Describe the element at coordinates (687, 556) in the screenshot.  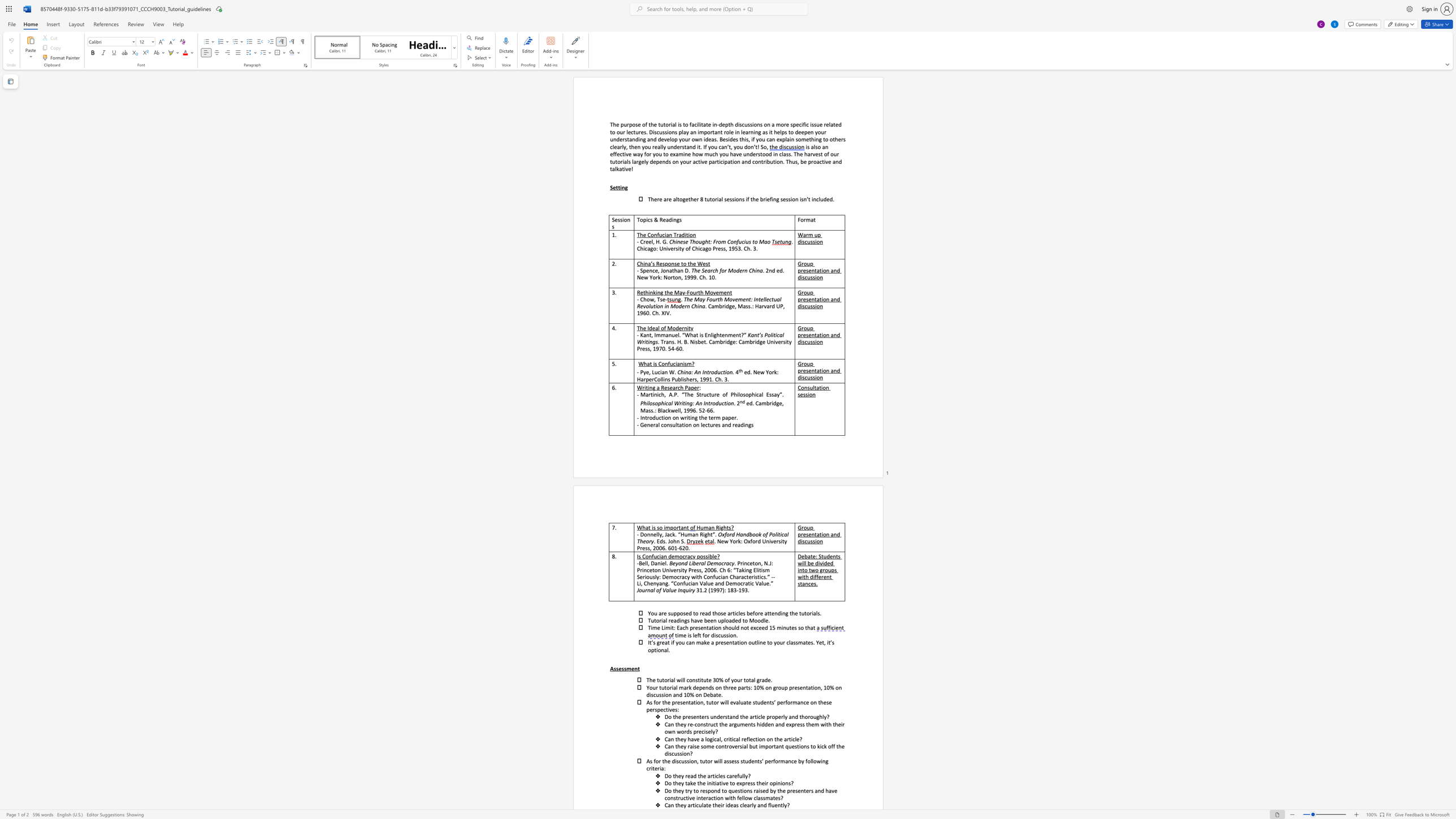
I see `the subset text "acy poss" within the text "Is Confucian democracy possible?"` at that location.